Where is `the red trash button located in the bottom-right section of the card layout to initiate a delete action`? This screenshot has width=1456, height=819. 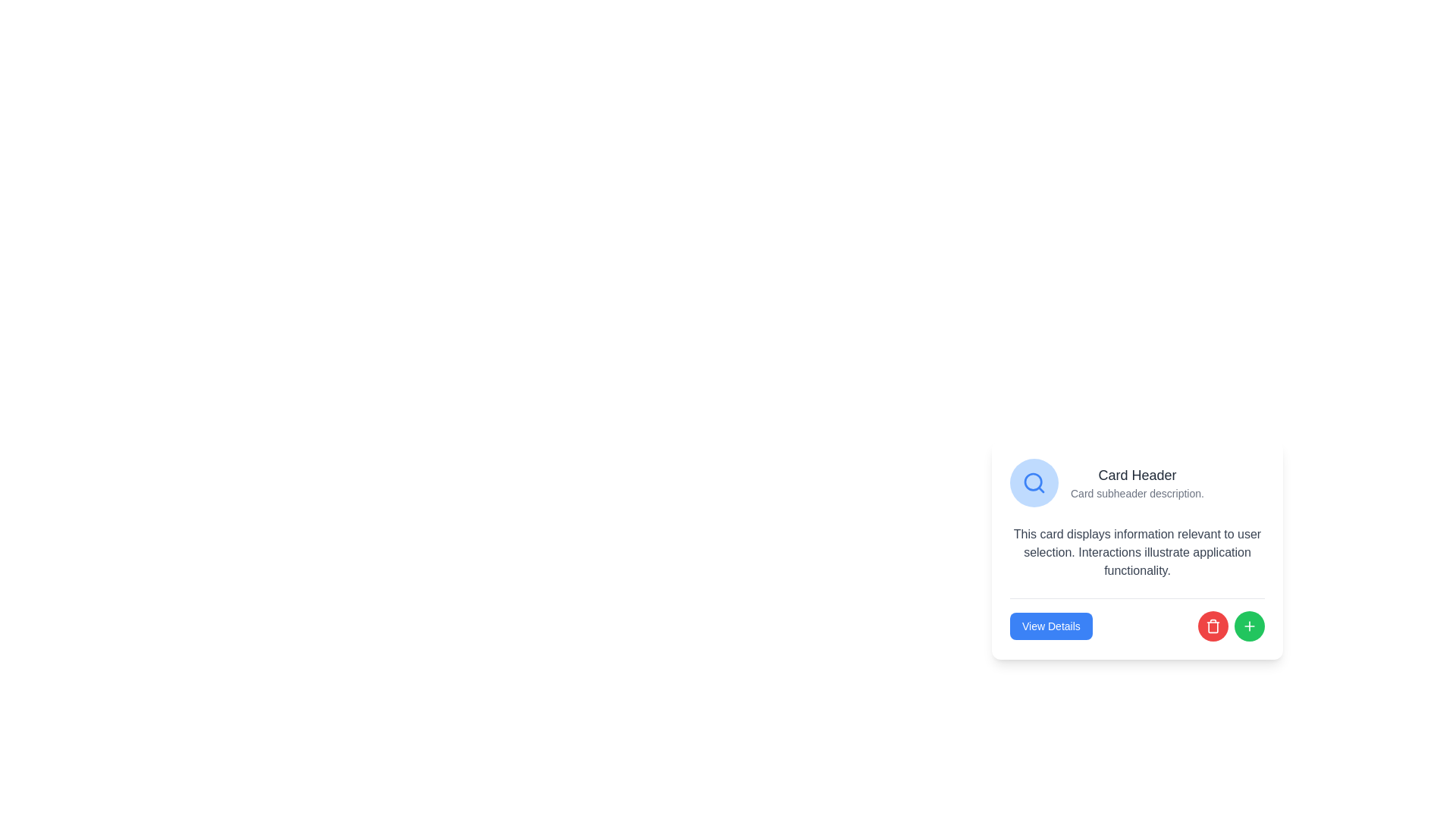
the red trash button located in the bottom-right section of the card layout to initiate a delete action is located at coordinates (1231, 626).